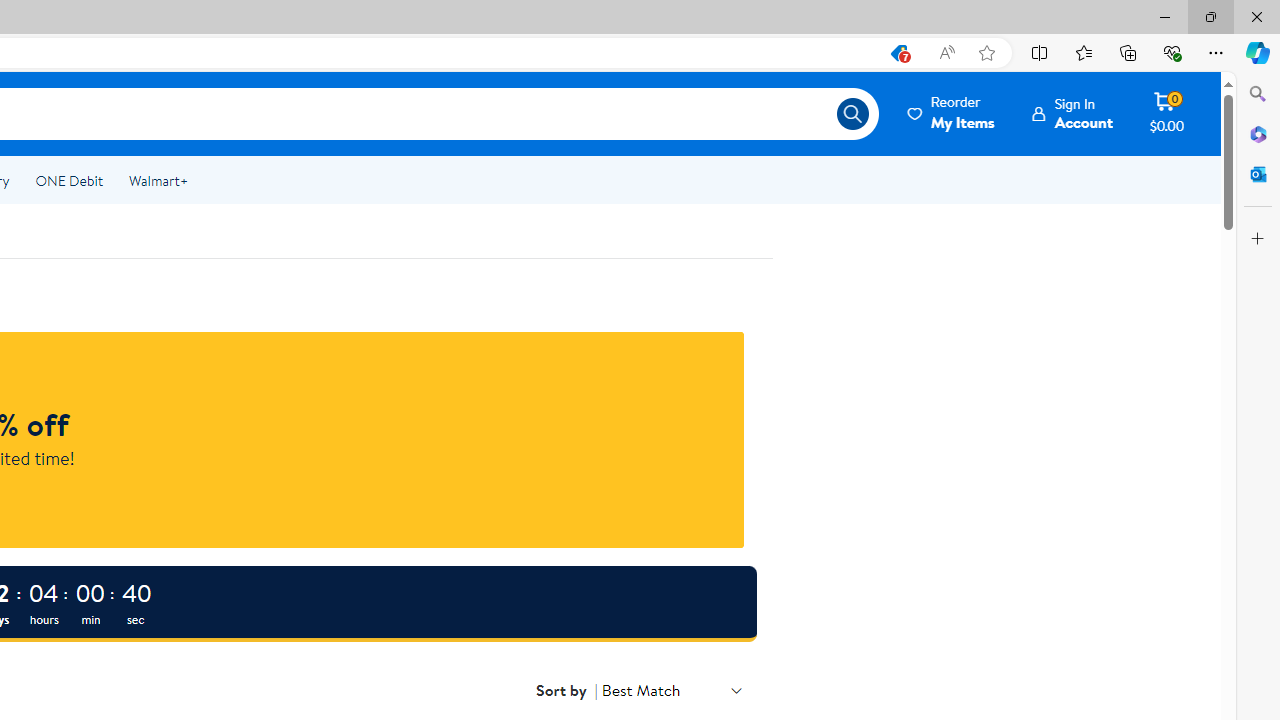 The image size is (1280, 720). I want to click on 'ONE Debit', so click(69, 181).